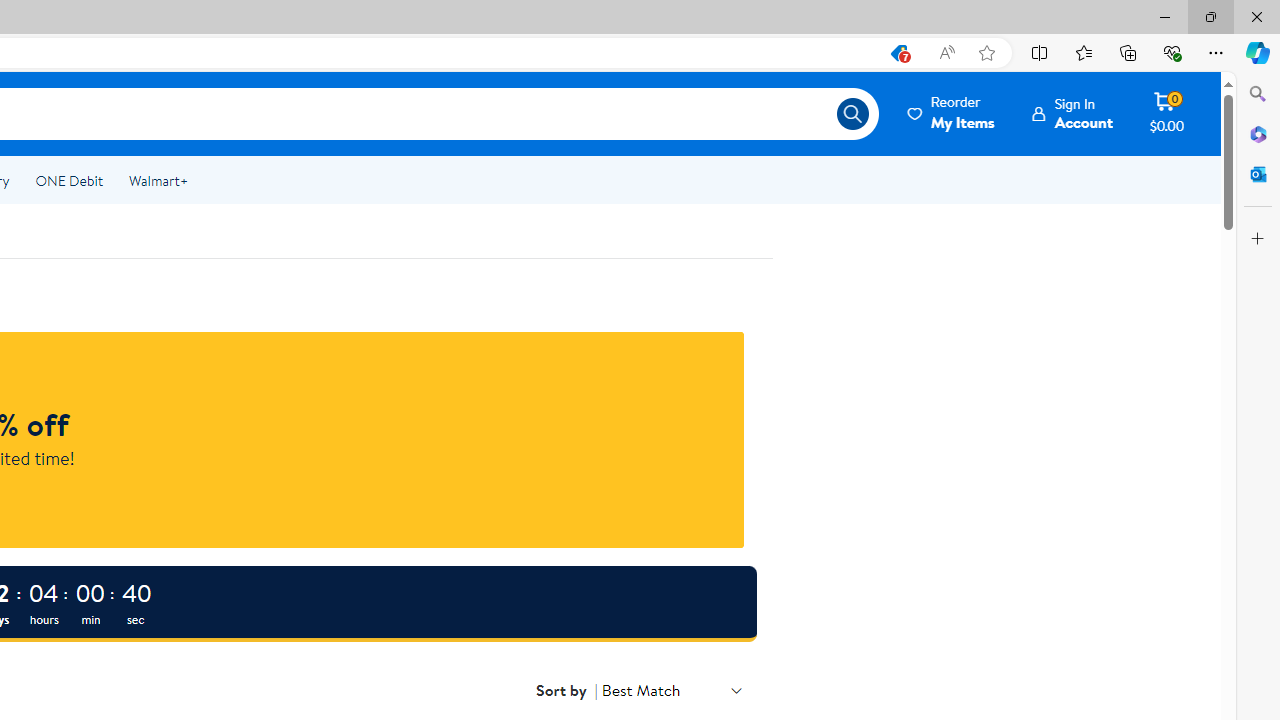 The image size is (1280, 720). I want to click on 'ONE Debit', so click(69, 181).